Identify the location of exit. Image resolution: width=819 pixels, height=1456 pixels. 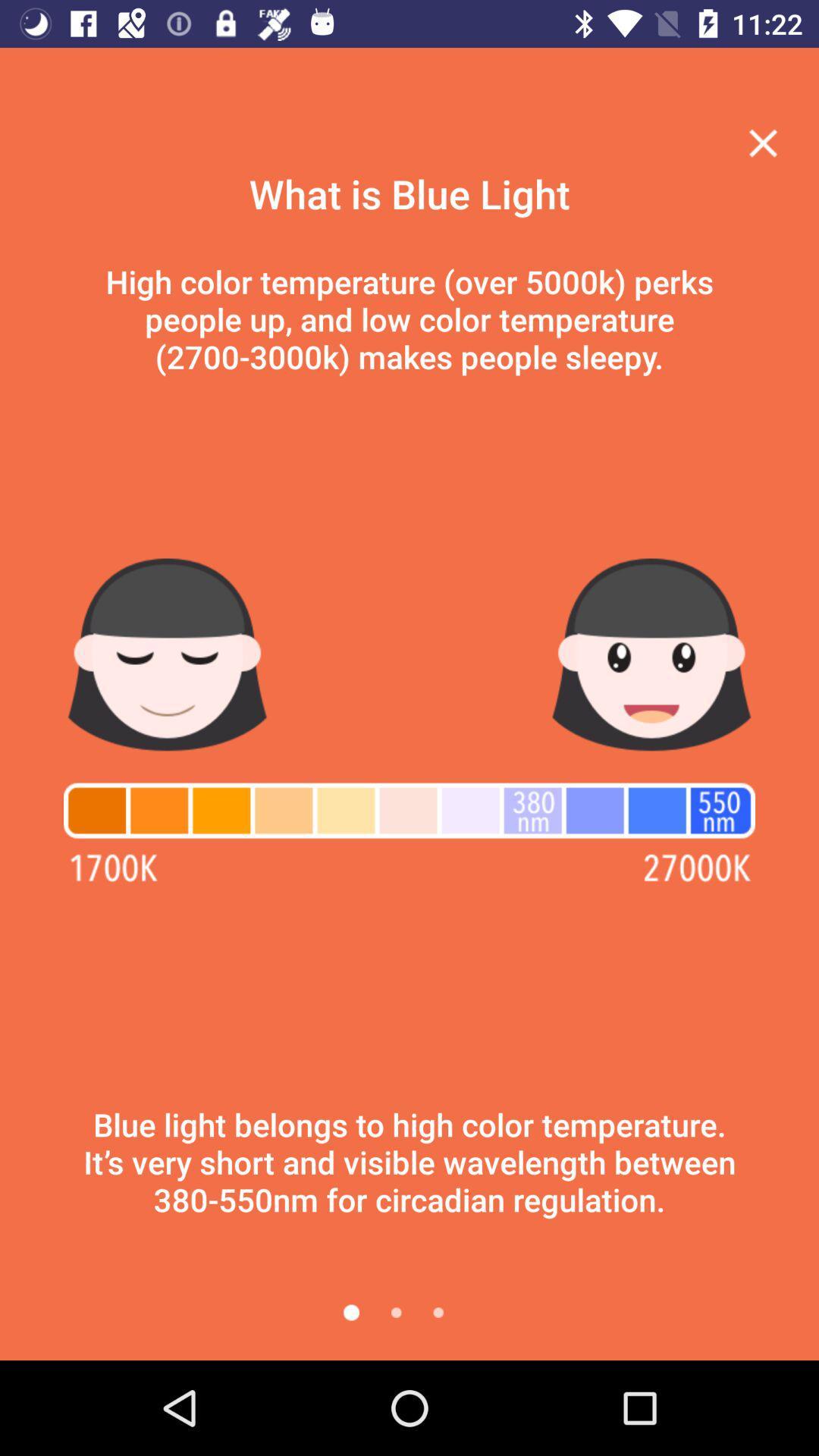
(763, 143).